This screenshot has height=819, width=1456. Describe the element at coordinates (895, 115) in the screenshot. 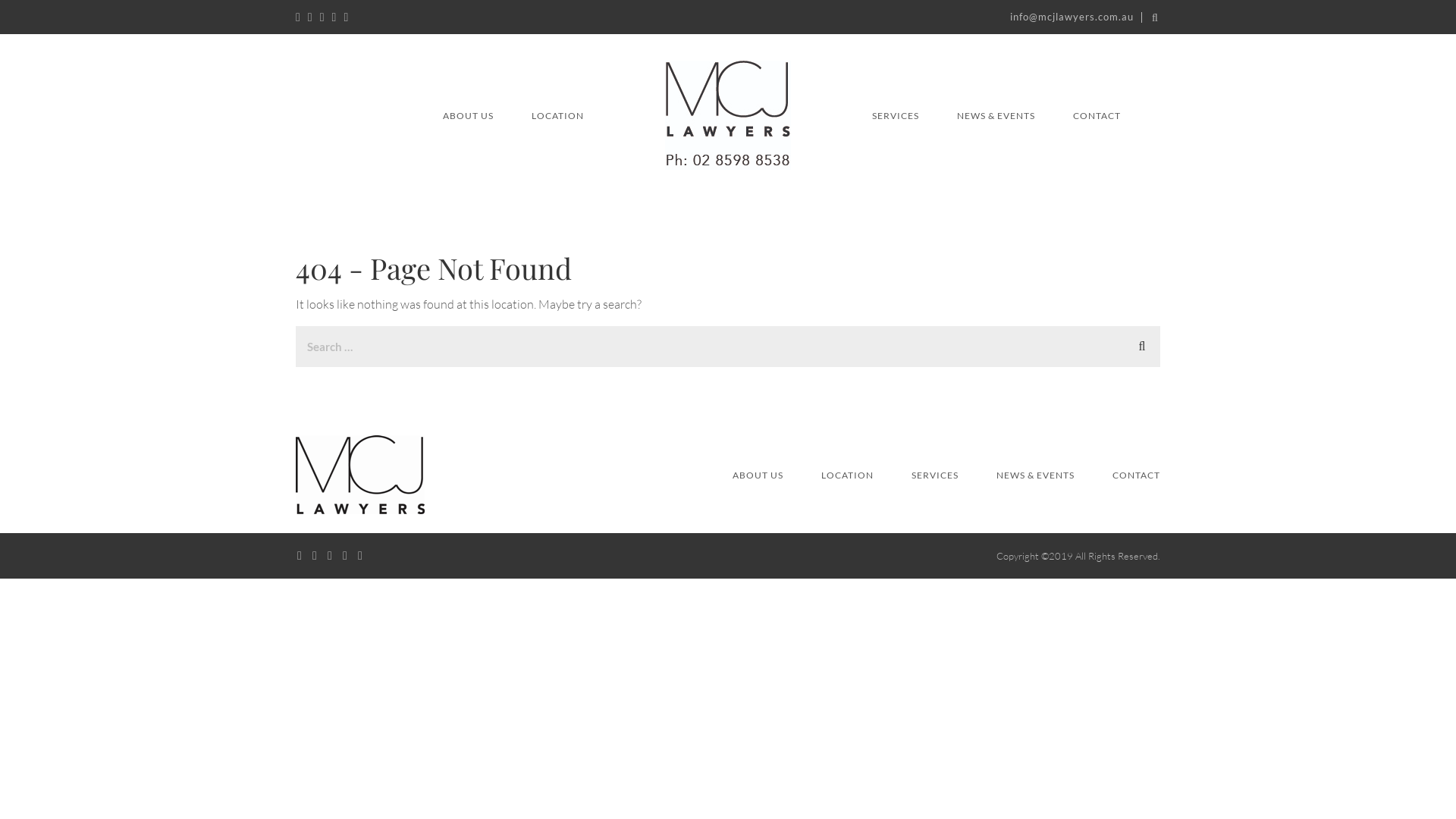

I see `'SERVICES'` at that location.